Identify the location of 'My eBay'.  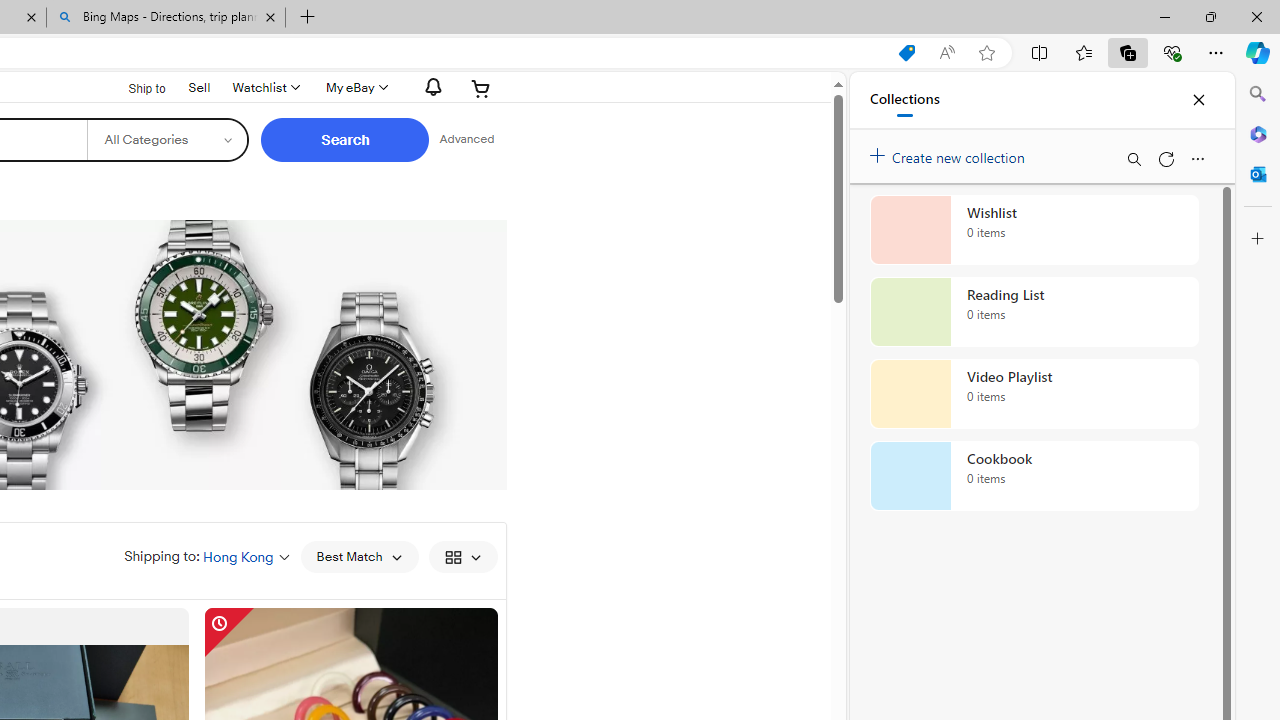
(355, 87).